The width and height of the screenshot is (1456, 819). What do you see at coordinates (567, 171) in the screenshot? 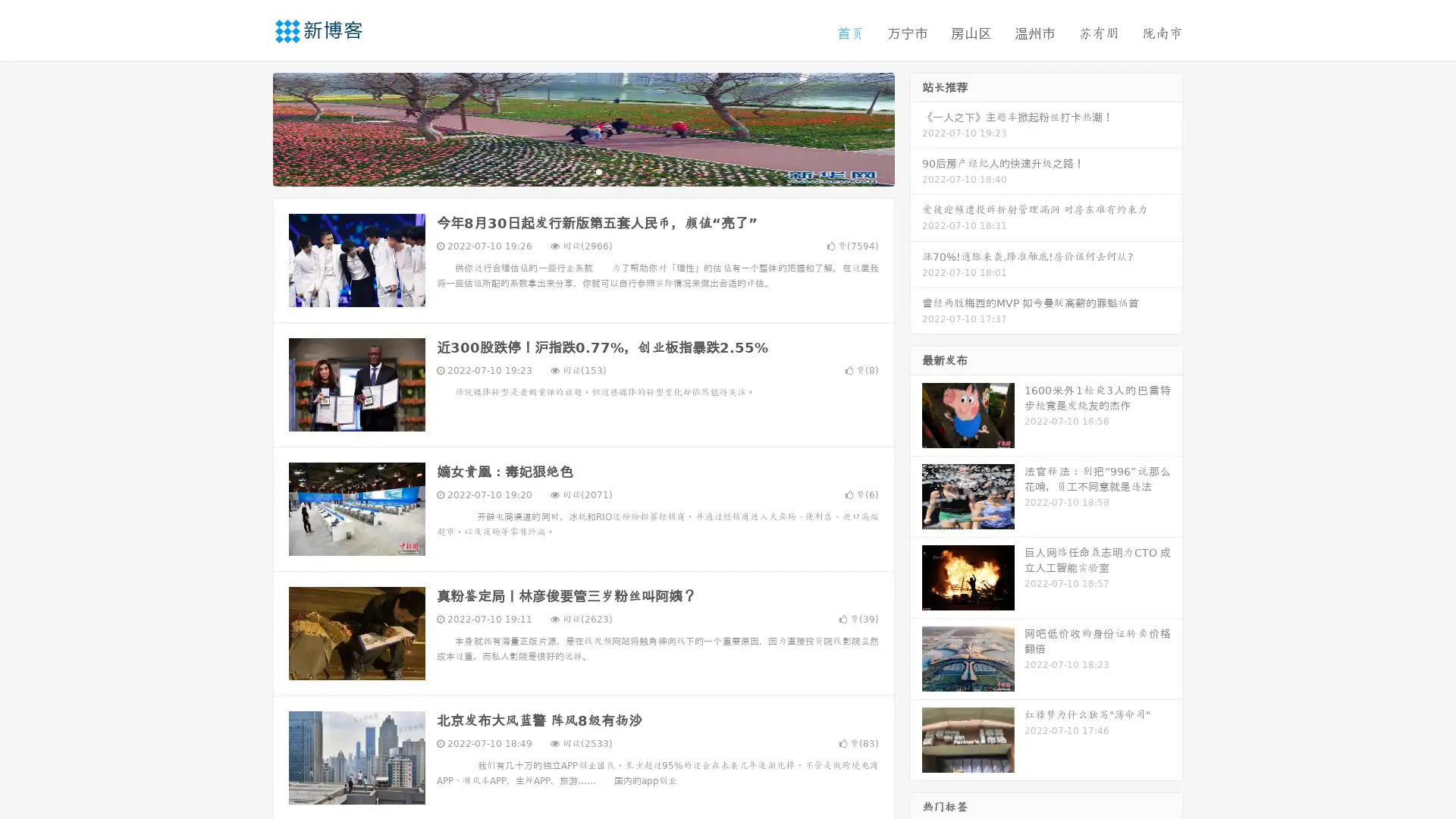
I see `Go to slide 1` at bounding box center [567, 171].